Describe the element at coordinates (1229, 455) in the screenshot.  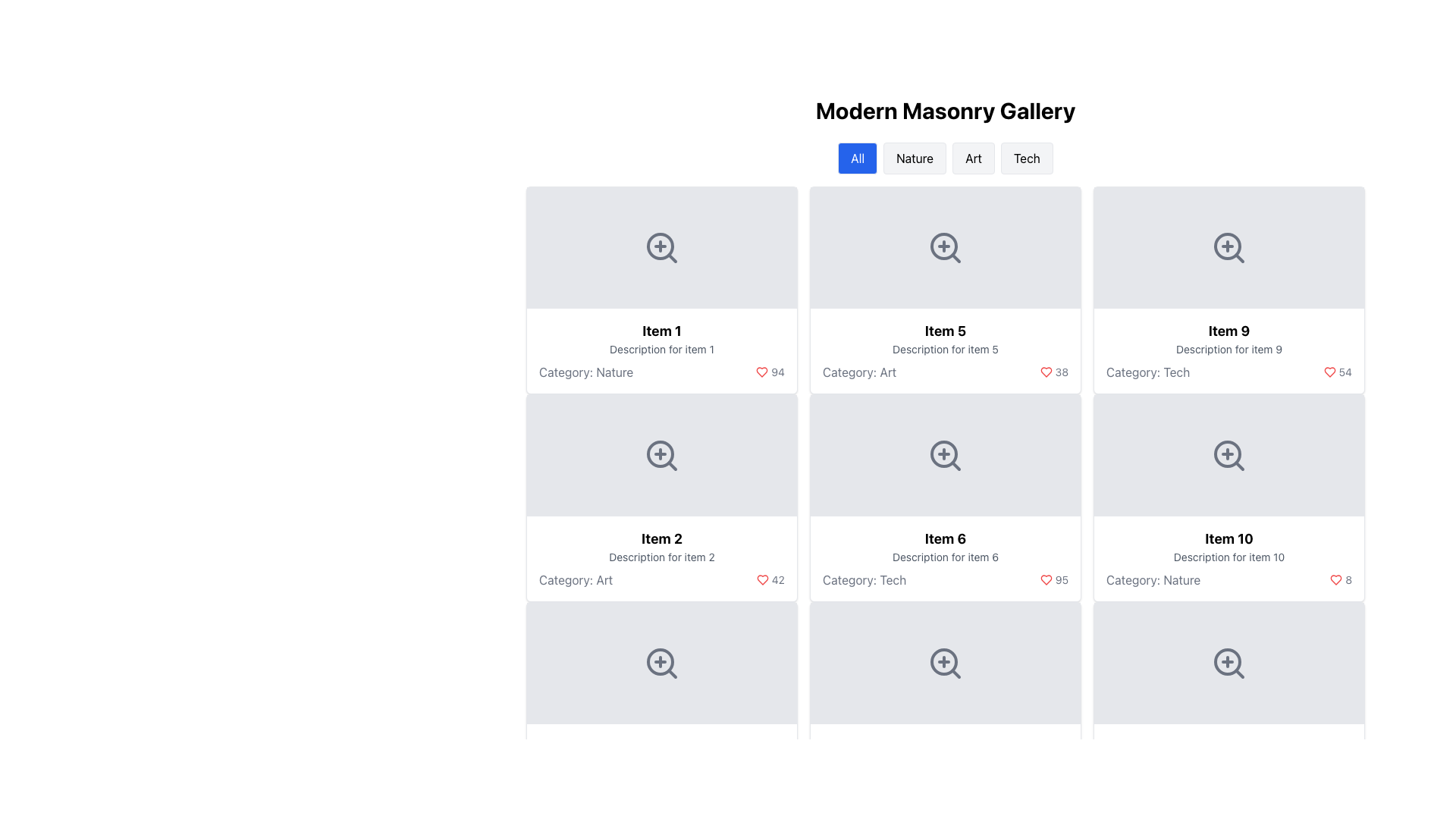
I see `the magnifying glass icon with a plus symbol in its center, located at the bottom-right corner of the card for 'Item 10'` at that location.